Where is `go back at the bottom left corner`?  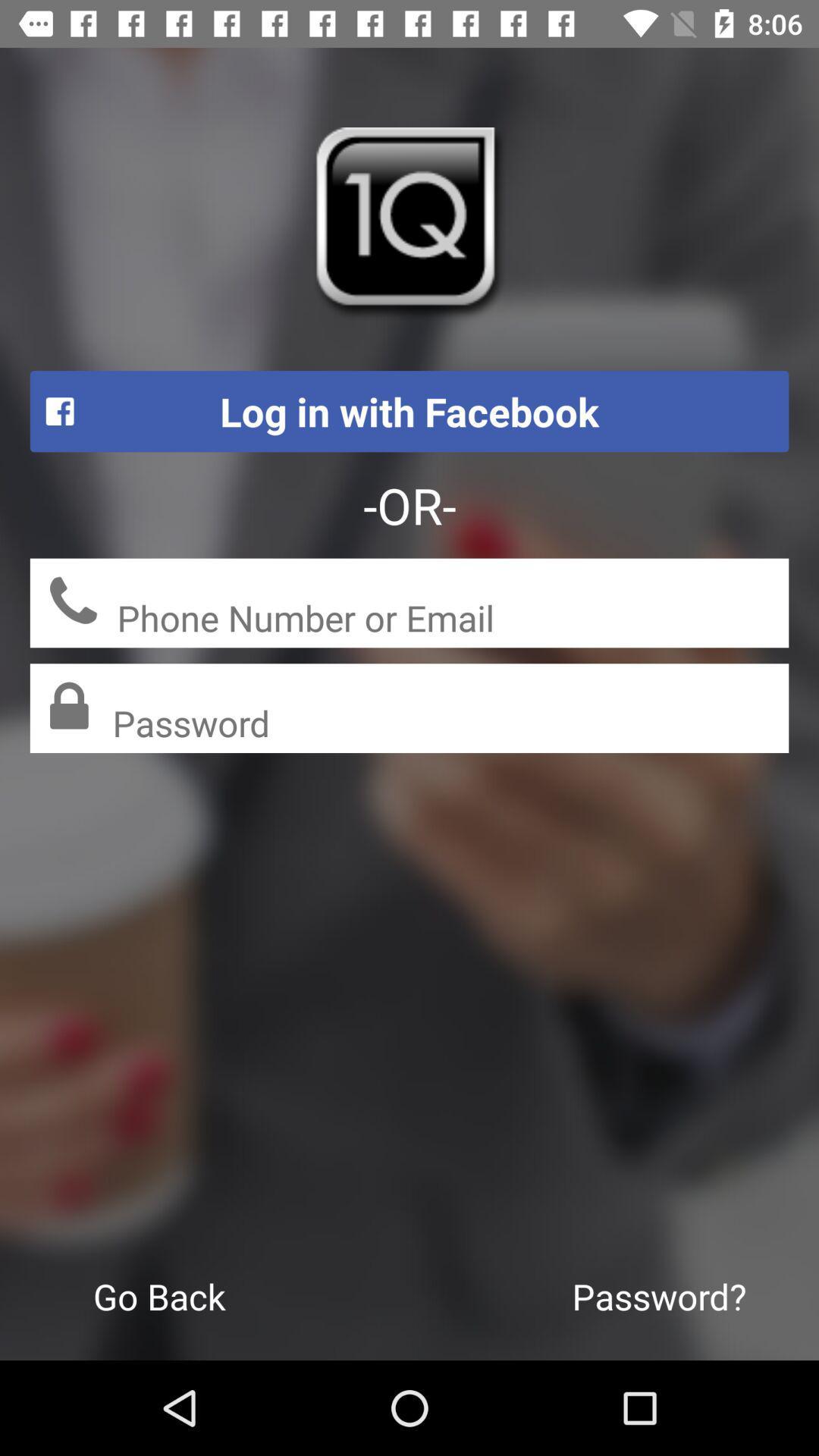
go back at the bottom left corner is located at coordinates (159, 1295).